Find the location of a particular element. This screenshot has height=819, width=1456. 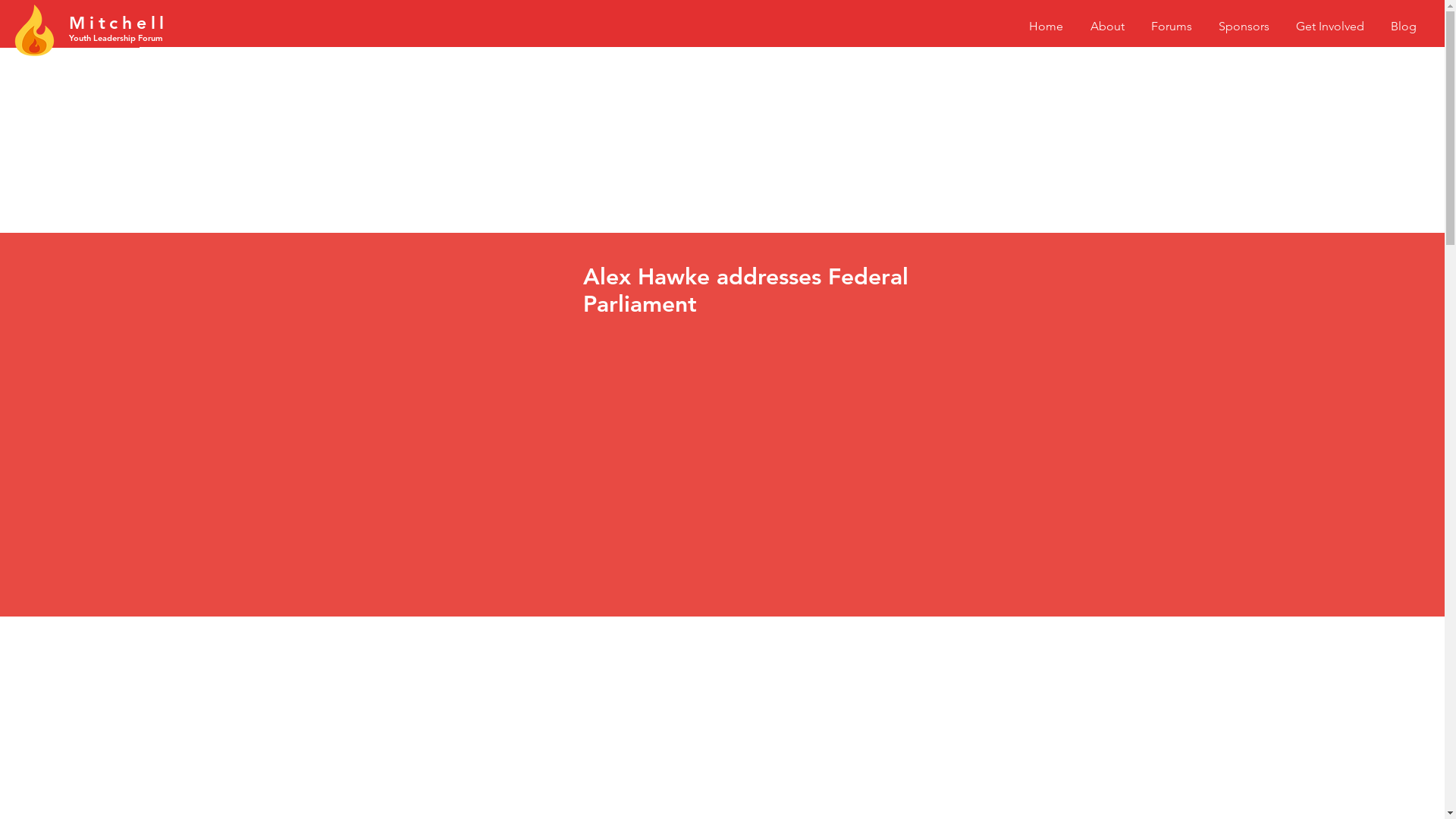

'Blog' is located at coordinates (1402, 26).